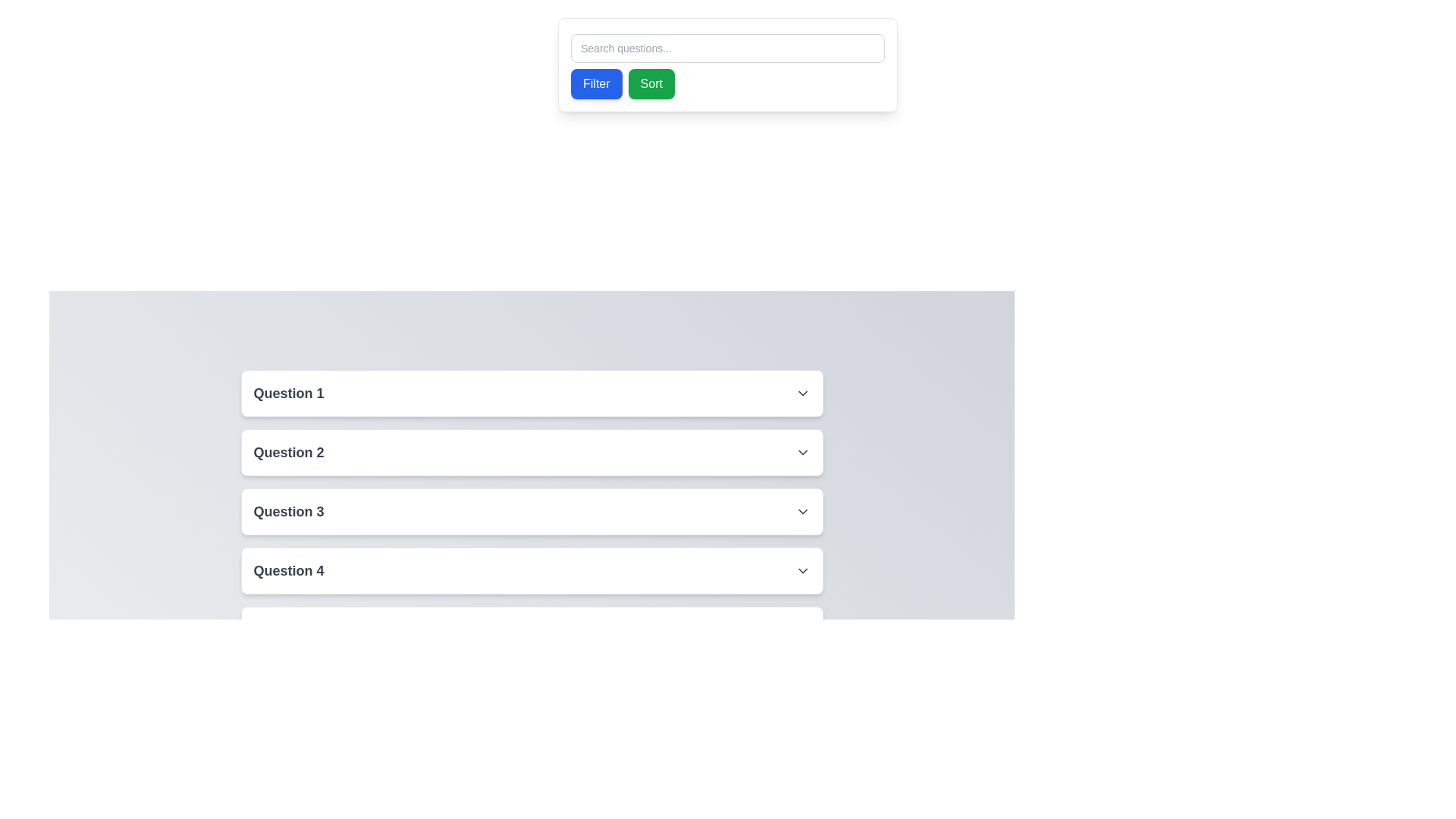 The width and height of the screenshot is (1456, 819). I want to click on the 'Question 3' Expandable List Item, so click(532, 512).